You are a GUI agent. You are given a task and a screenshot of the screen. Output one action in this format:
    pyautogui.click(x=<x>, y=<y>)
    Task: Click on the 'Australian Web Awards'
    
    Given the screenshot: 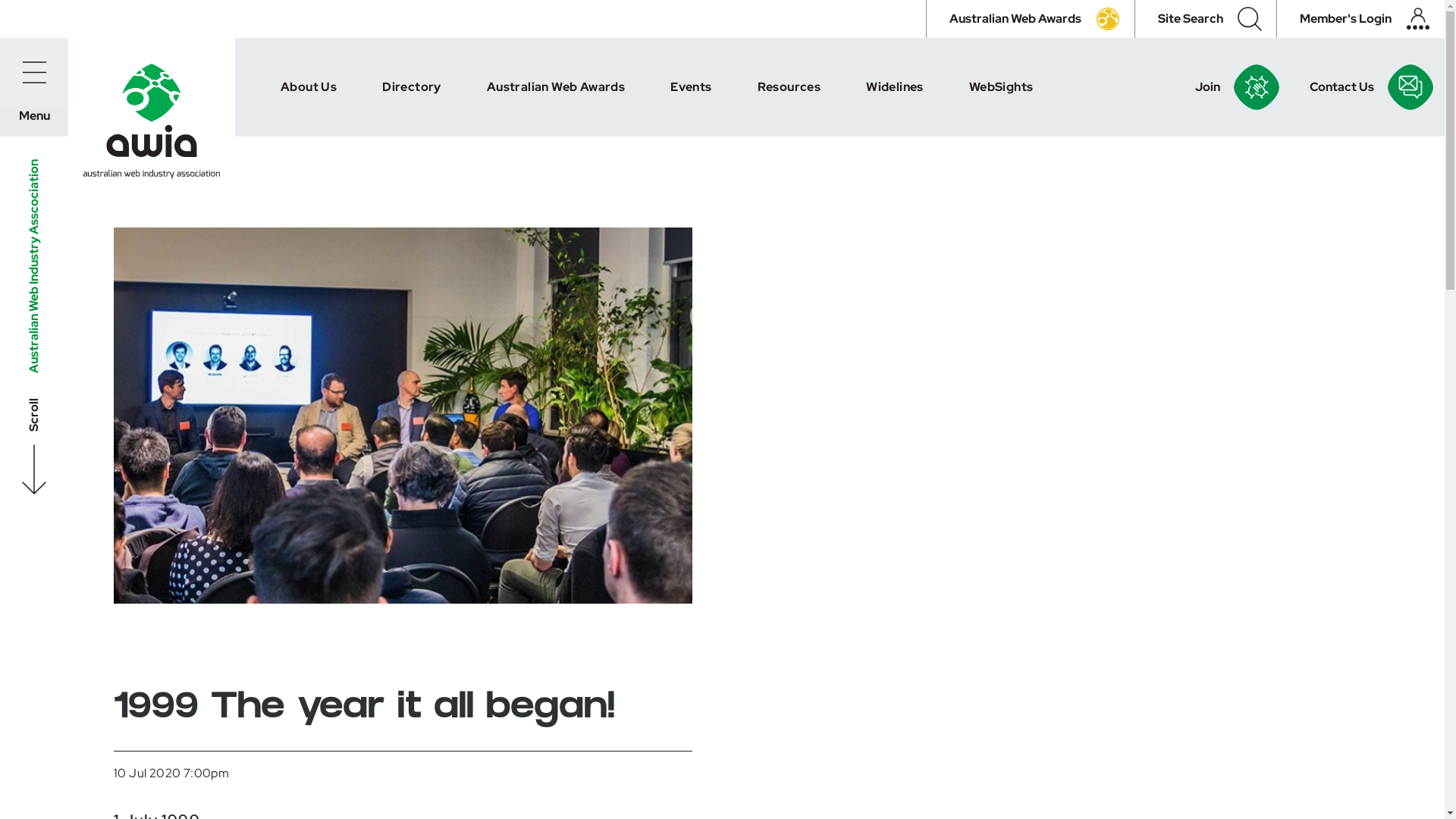 What is the action you would take?
    pyautogui.click(x=1030, y=18)
    